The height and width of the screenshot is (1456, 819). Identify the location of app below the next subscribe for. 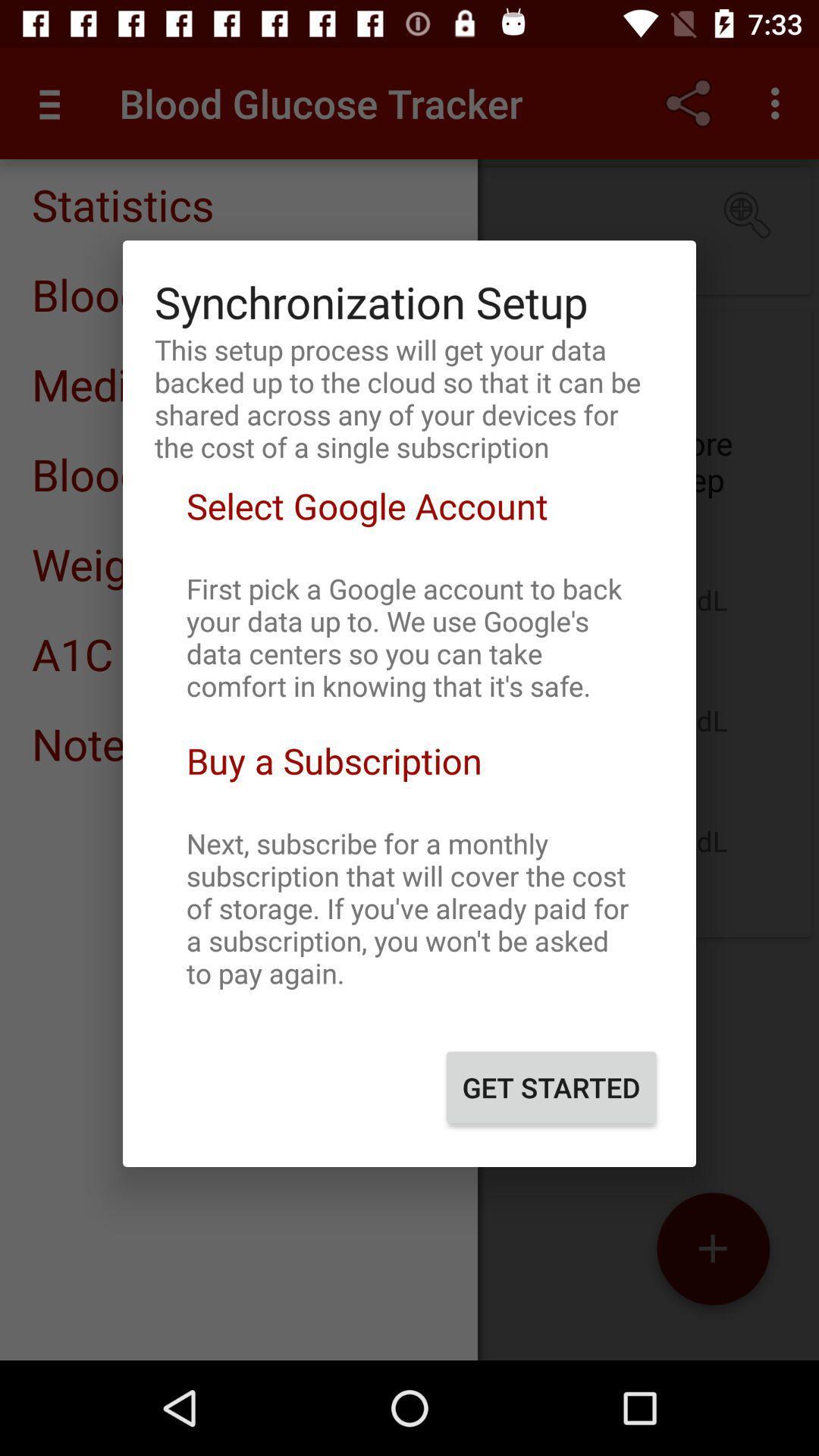
(551, 1087).